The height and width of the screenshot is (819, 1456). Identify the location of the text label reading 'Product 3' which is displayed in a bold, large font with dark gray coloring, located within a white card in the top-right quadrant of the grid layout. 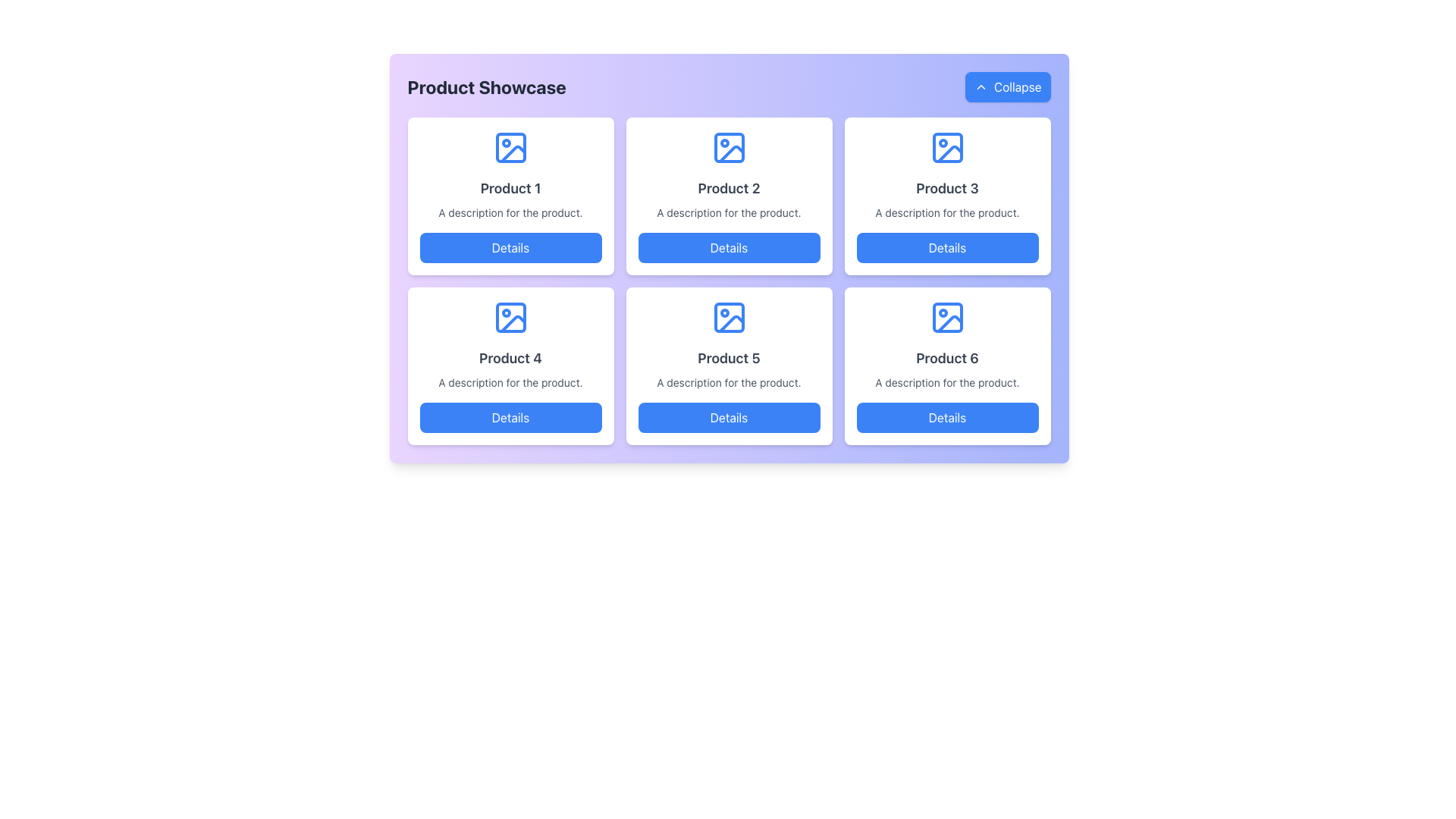
(946, 188).